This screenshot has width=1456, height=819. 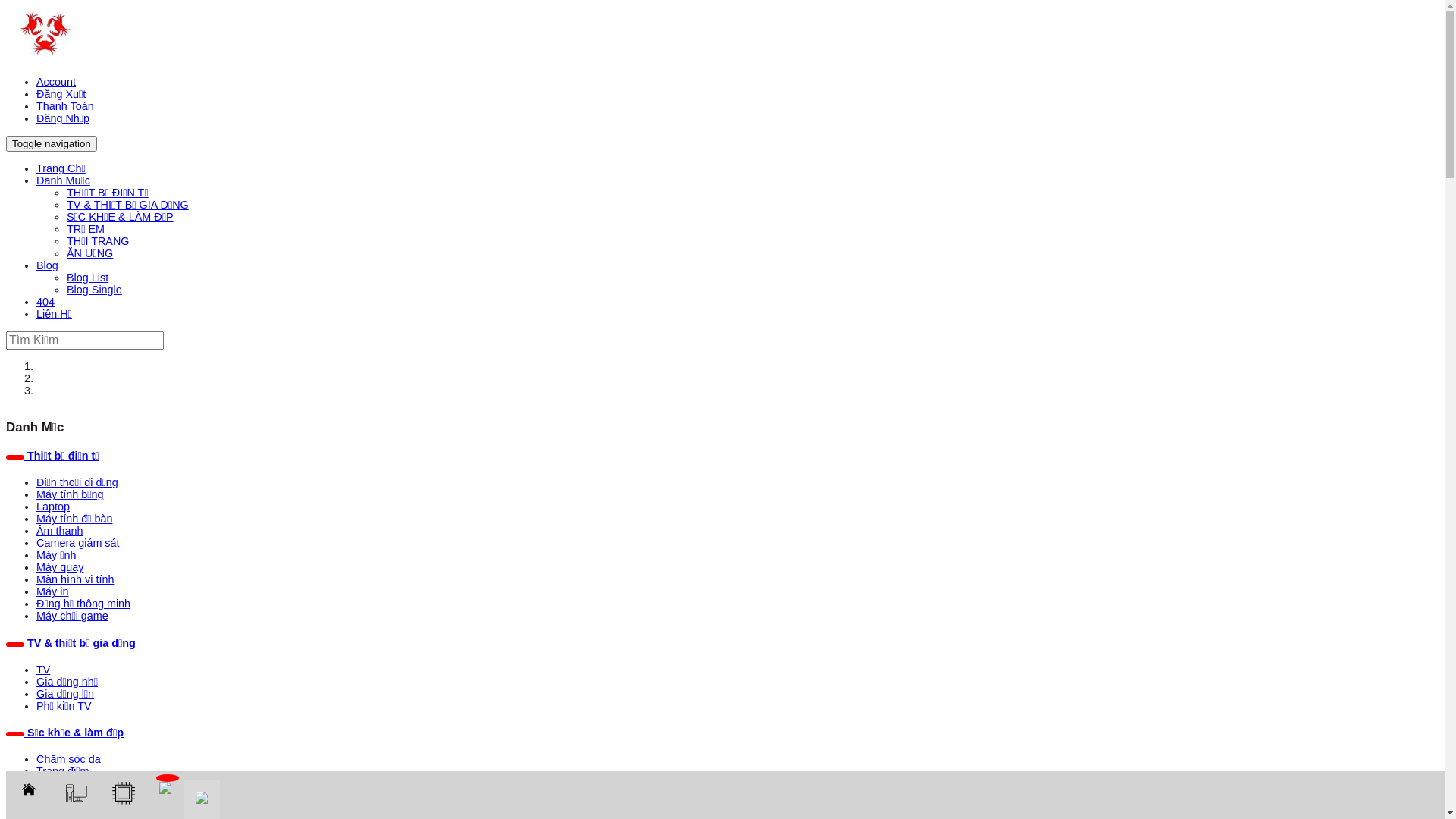 What do you see at coordinates (55, 82) in the screenshot?
I see `'Account'` at bounding box center [55, 82].